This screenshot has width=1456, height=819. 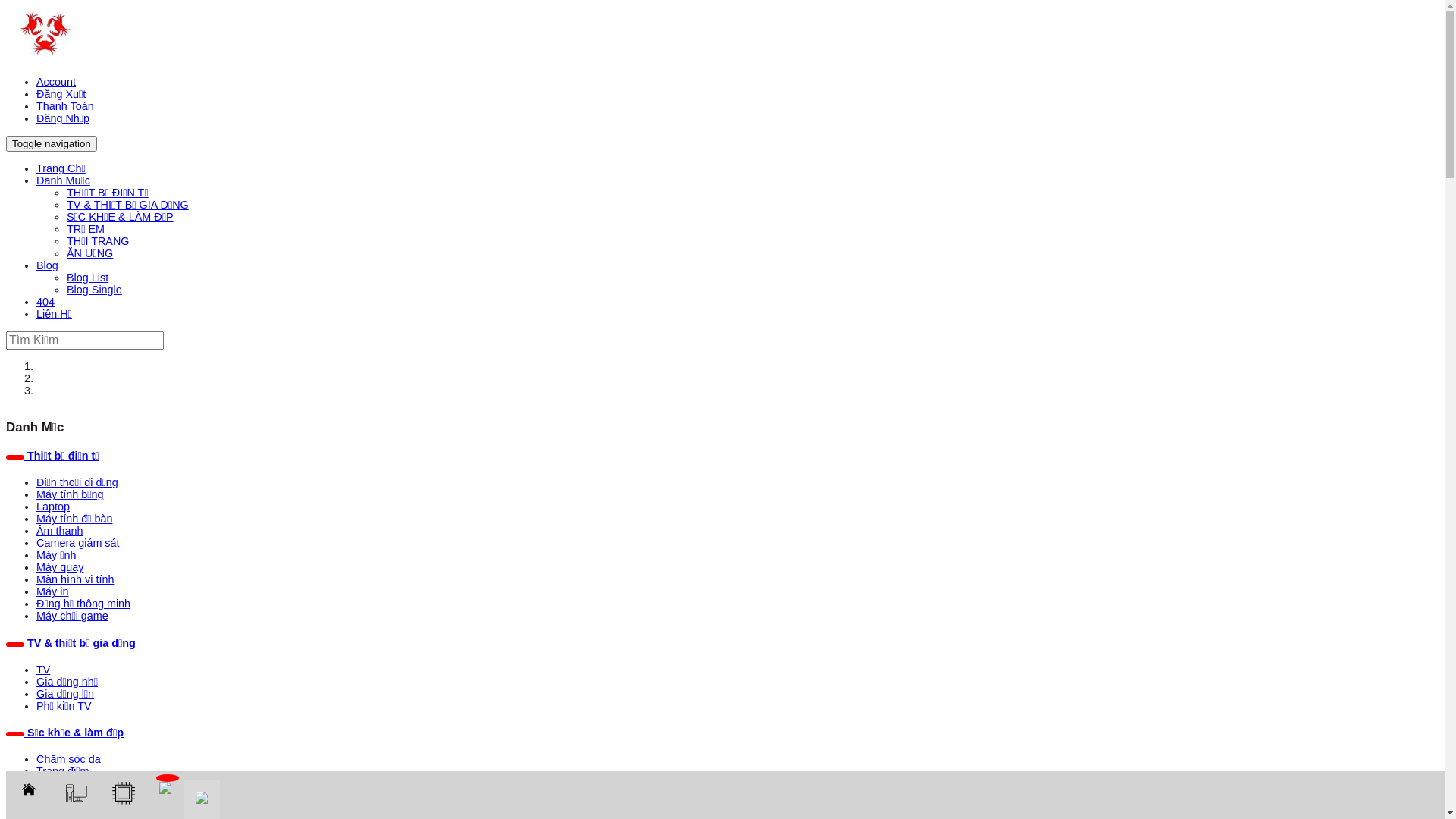 What do you see at coordinates (55, 82) in the screenshot?
I see `'Account'` at bounding box center [55, 82].